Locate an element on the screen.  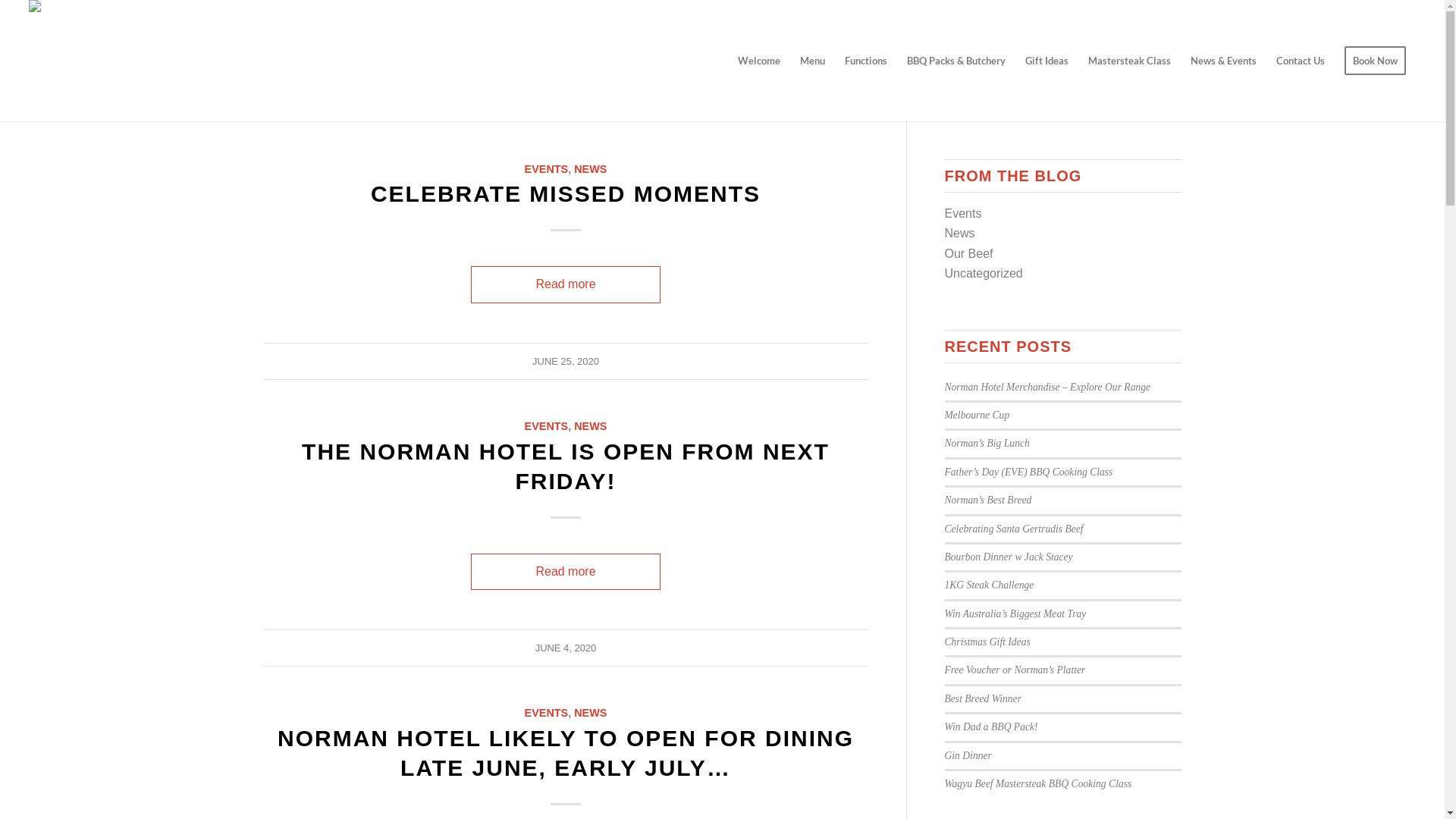
'Win Dad a BBQ Pack!' is located at coordinates (991, 726).